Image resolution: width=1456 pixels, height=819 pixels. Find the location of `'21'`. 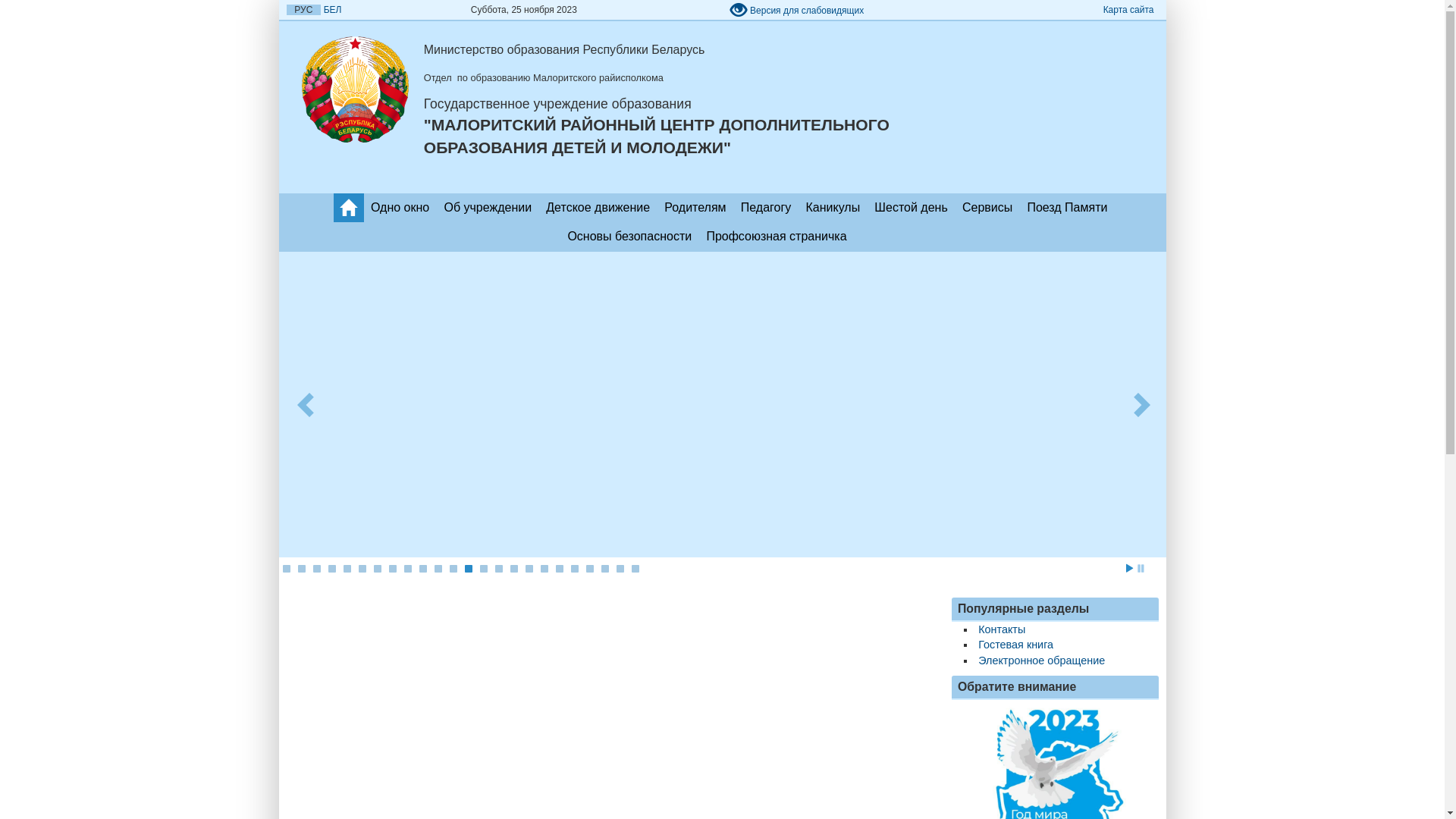

'21' is located at coordinates (588, 568).